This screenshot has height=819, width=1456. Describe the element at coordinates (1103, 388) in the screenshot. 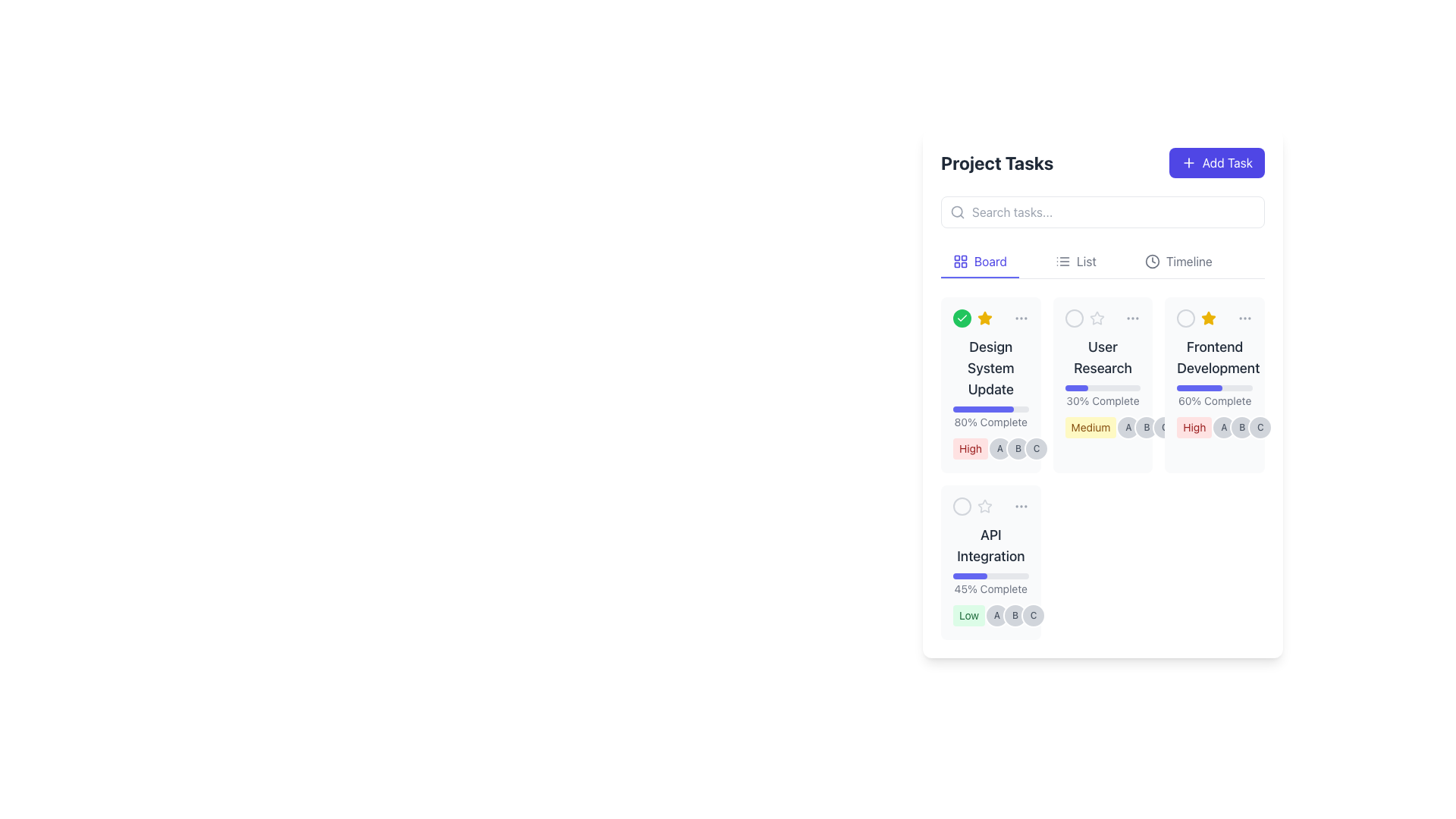

I see `progress value of the horizontal progress bar located in the 'User Research' card within the 'Project Tasks' section, which is filled with a blue segment indicating approximately 30% progress` at that location.